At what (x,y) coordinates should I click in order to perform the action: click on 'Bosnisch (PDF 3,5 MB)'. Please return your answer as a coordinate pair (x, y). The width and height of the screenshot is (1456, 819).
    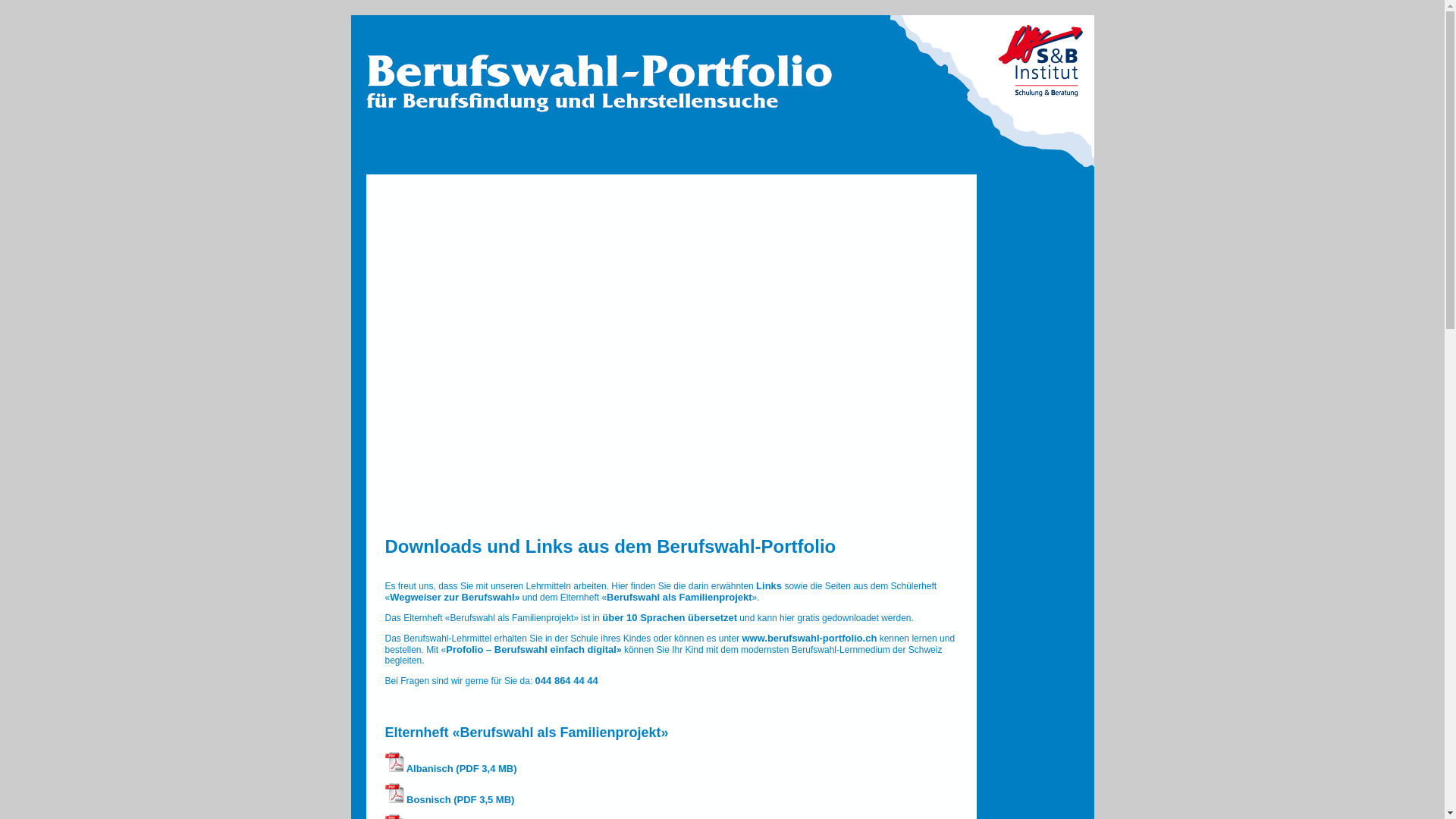
    Looking at the image, I should click on (449, 799).